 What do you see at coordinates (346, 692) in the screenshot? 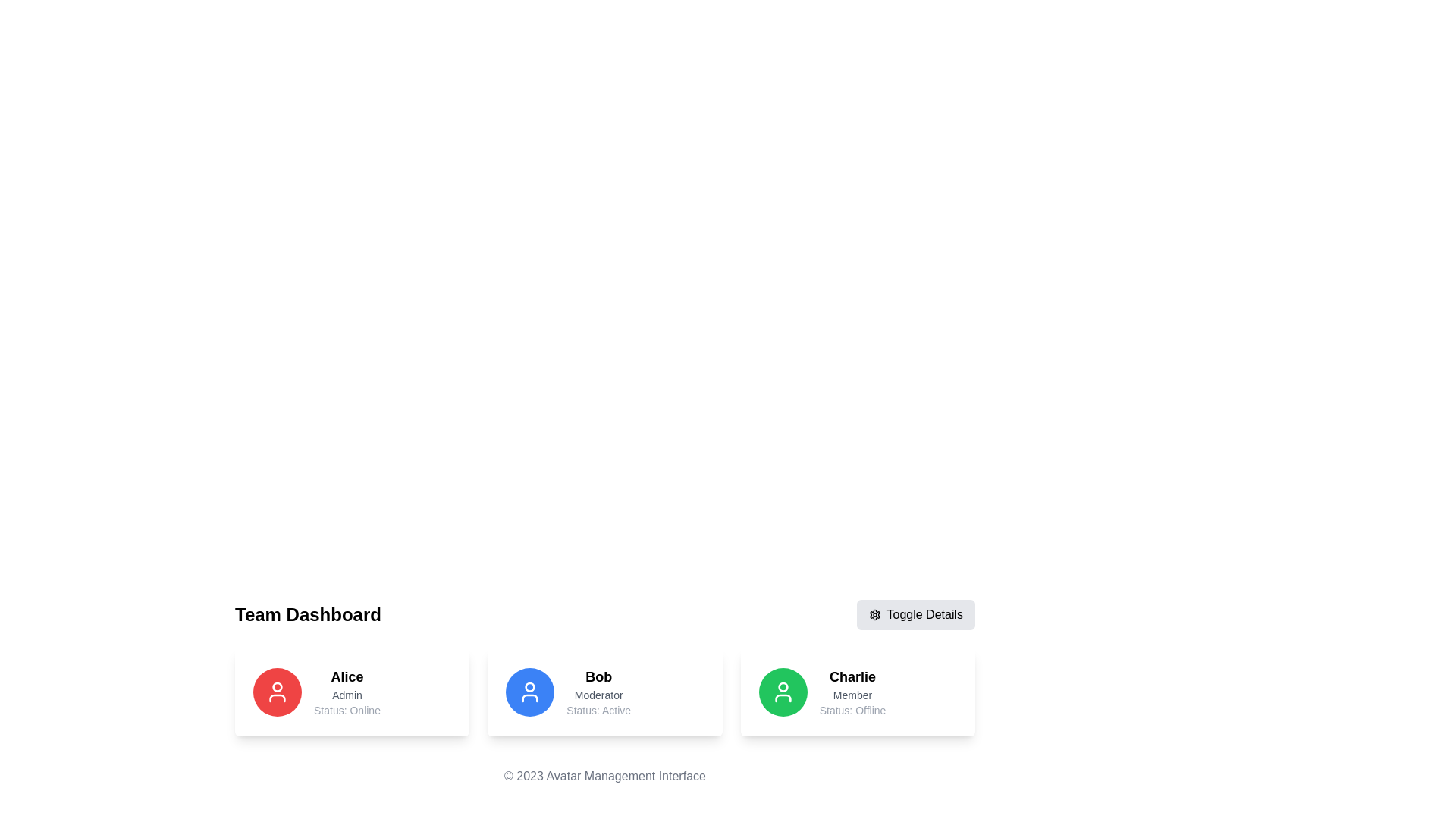
I see `the text block displaying the name 'Alice', role 'Admin', and status 'Status: Online' in the user profile card on the dashboard` at bounding box center [346, 692].